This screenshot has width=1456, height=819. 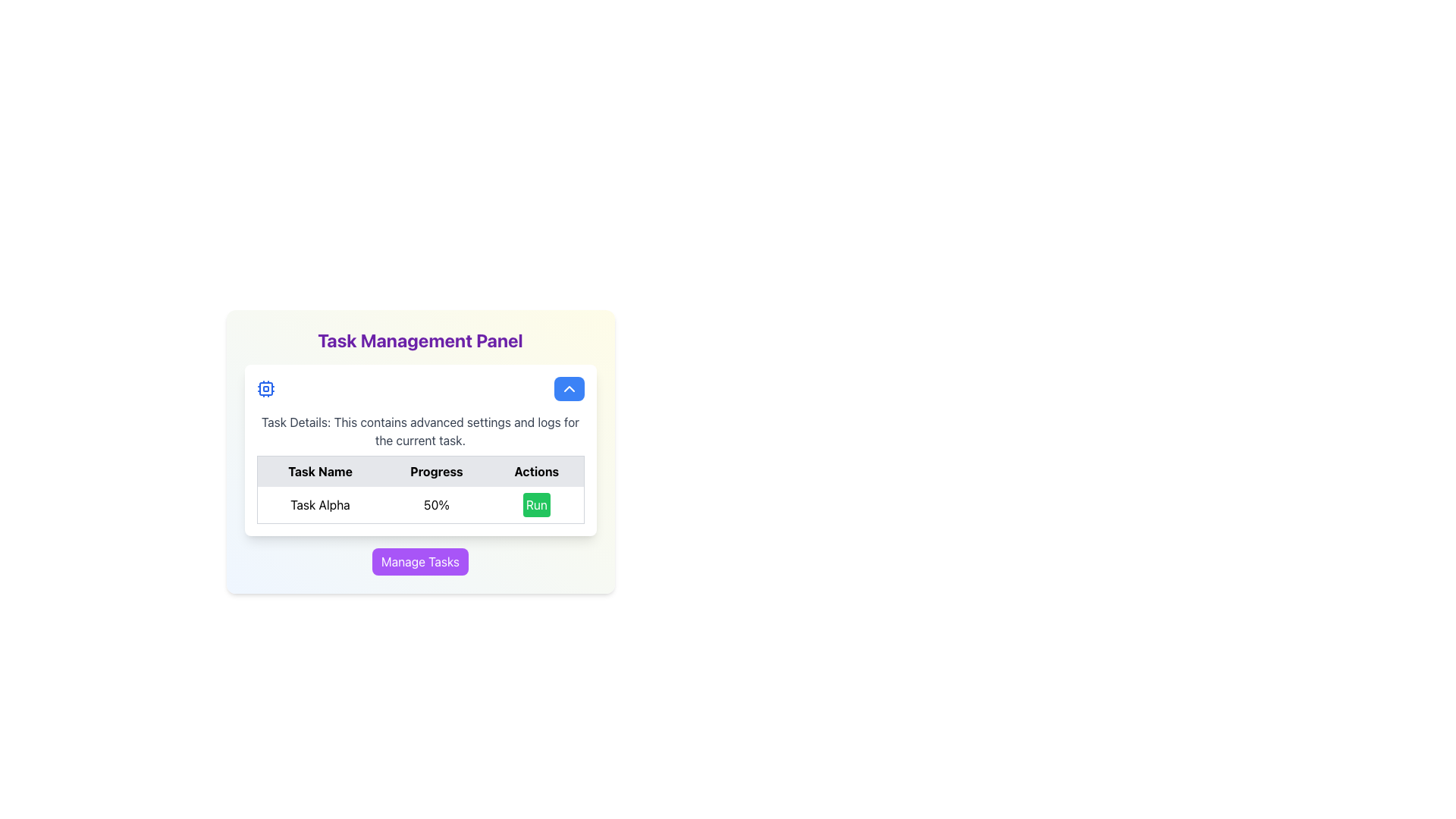 What do you see at coordinates (537, 505) in the screenshot?
I see `the green 'Run' button with rounded corners located in the 'Actions' column of the table, associated with 'Task Alpha'` at bounding box center [537, 505].